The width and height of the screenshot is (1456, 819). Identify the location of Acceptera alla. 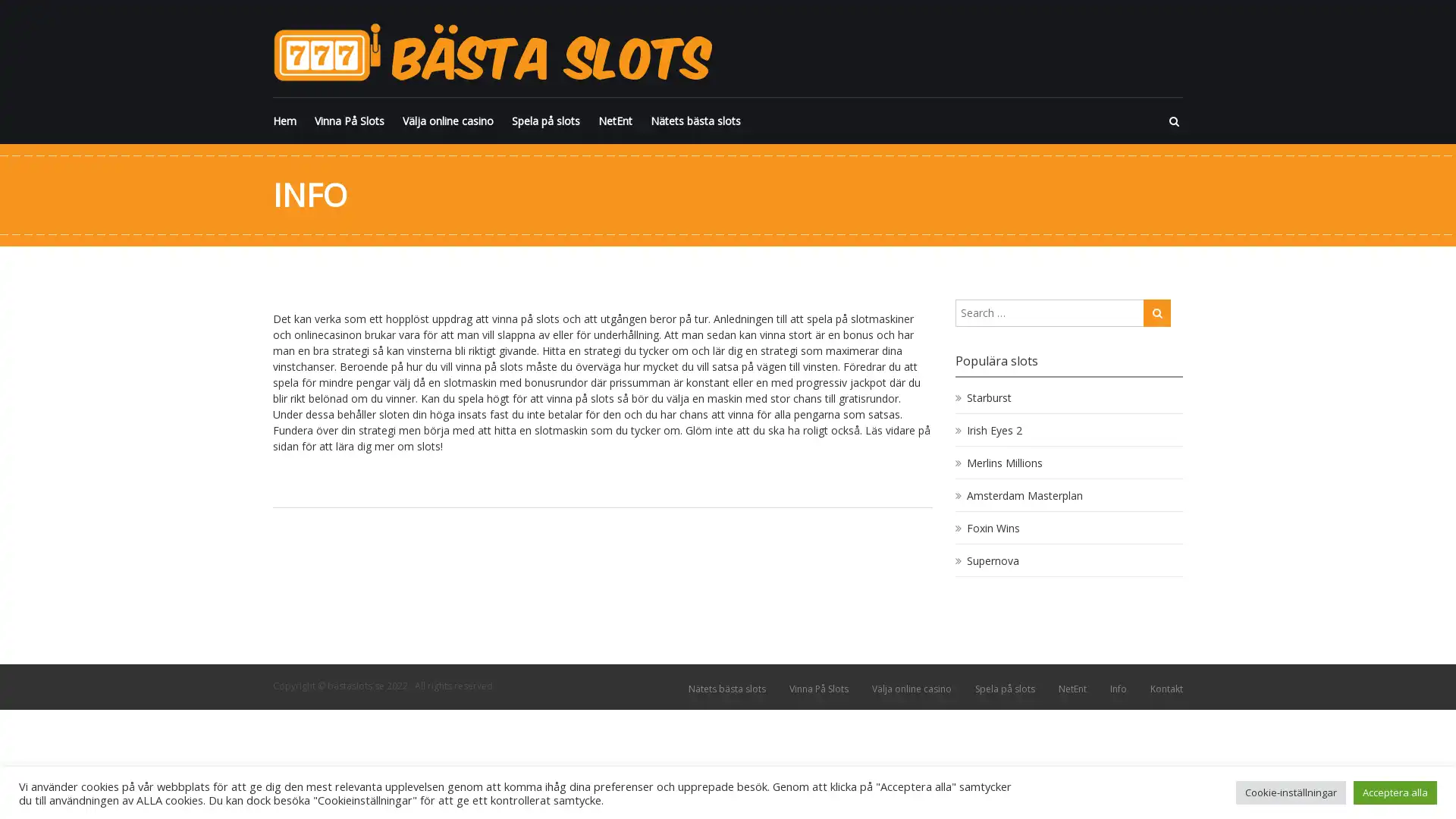
(1395, 792).